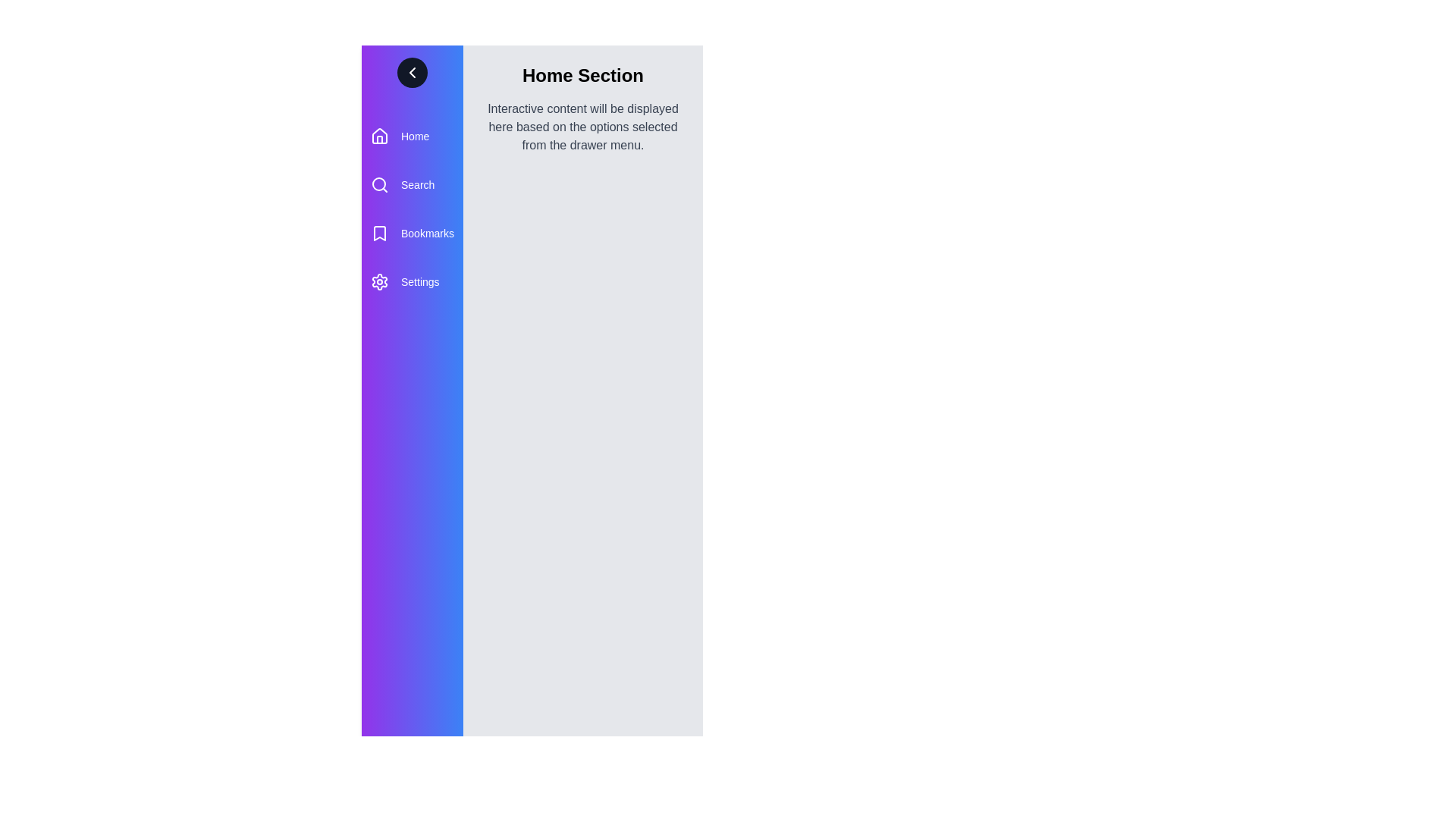 The width and height of the screenshot is (1456, 819). Describe the element at coordinates (412, 234) in the screenshot. I see `the menu item Bookmarks from the drawer` at that location.